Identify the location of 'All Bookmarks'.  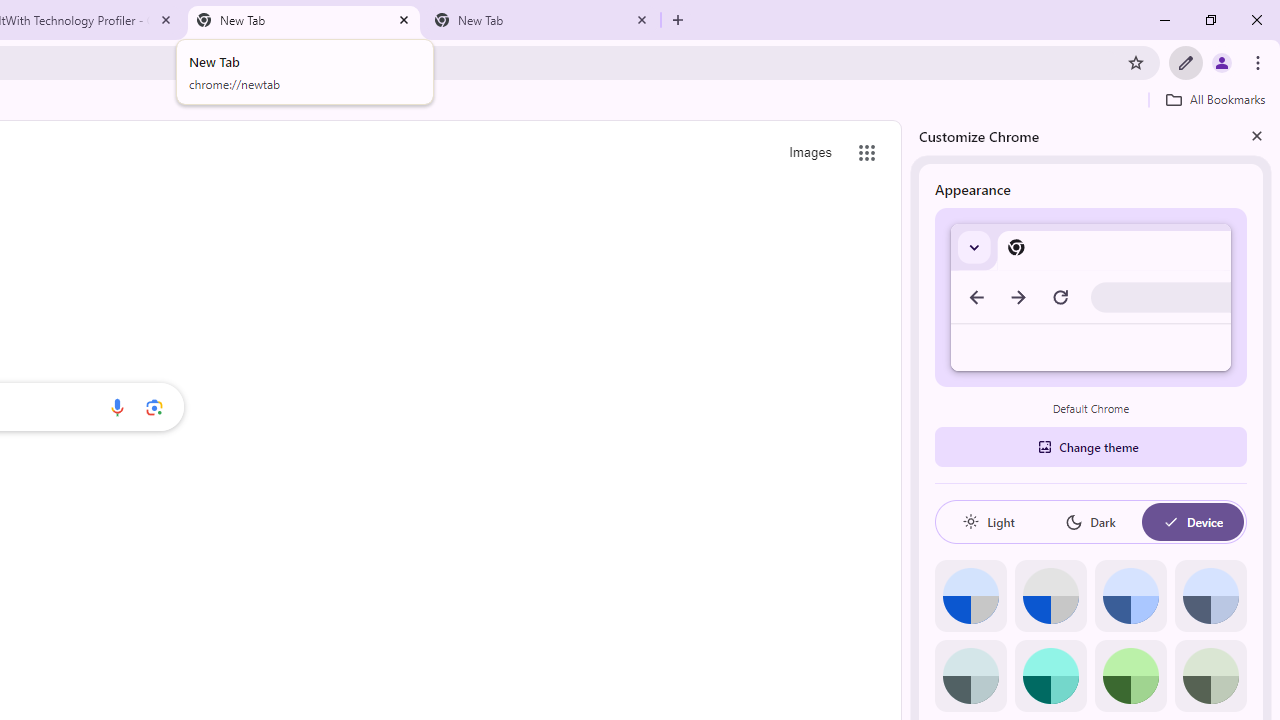
(1214, 99).